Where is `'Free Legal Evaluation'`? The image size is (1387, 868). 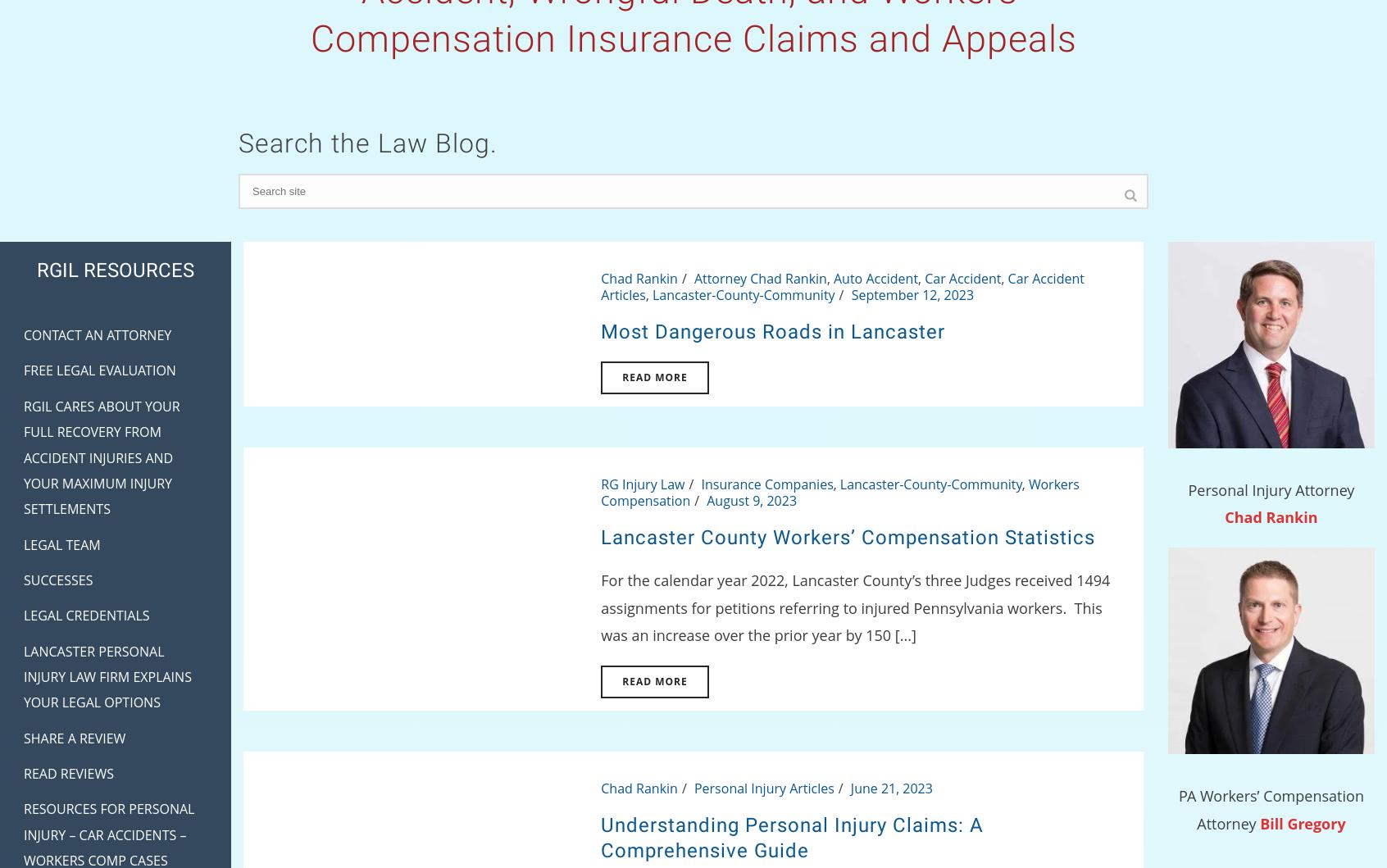
'Free Legal Evaluation' is located at coordinates (22, 370).